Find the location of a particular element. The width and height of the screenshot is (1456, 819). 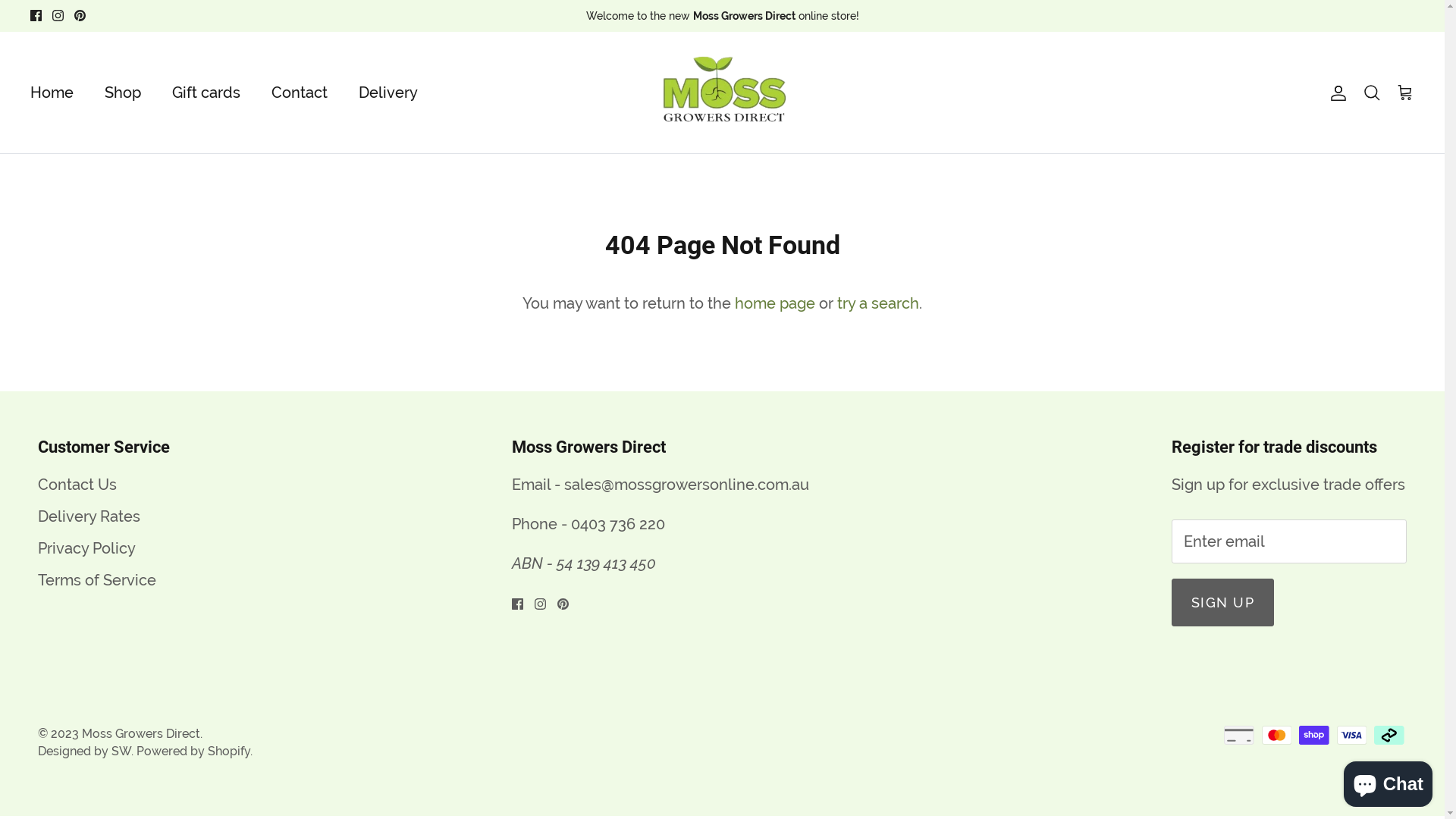

'Delivery' is located at coordinates (388, 93).